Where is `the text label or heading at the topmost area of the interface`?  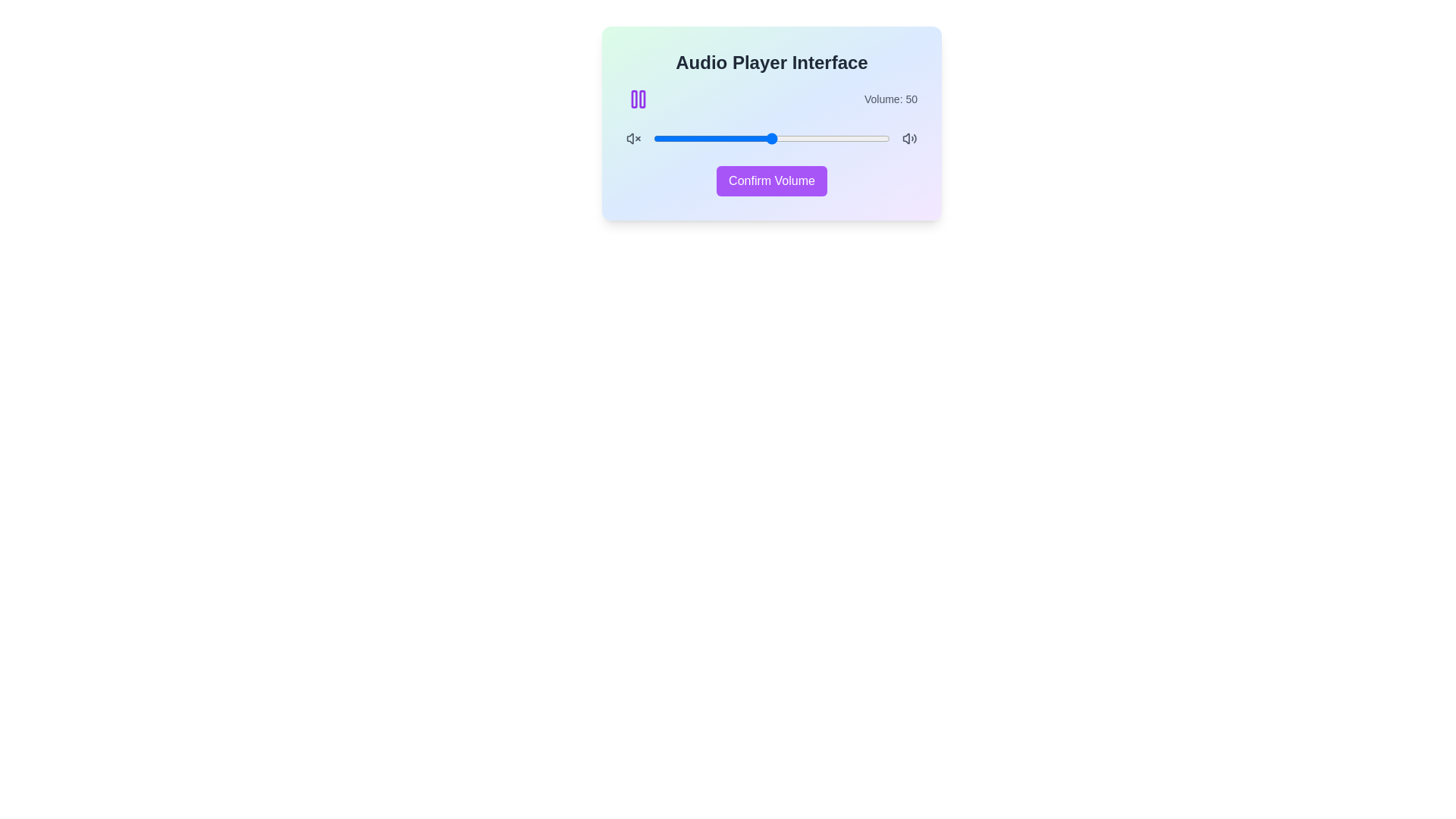 the text label or heading at the topmost area of the interface is located at coordinates (771, 62).